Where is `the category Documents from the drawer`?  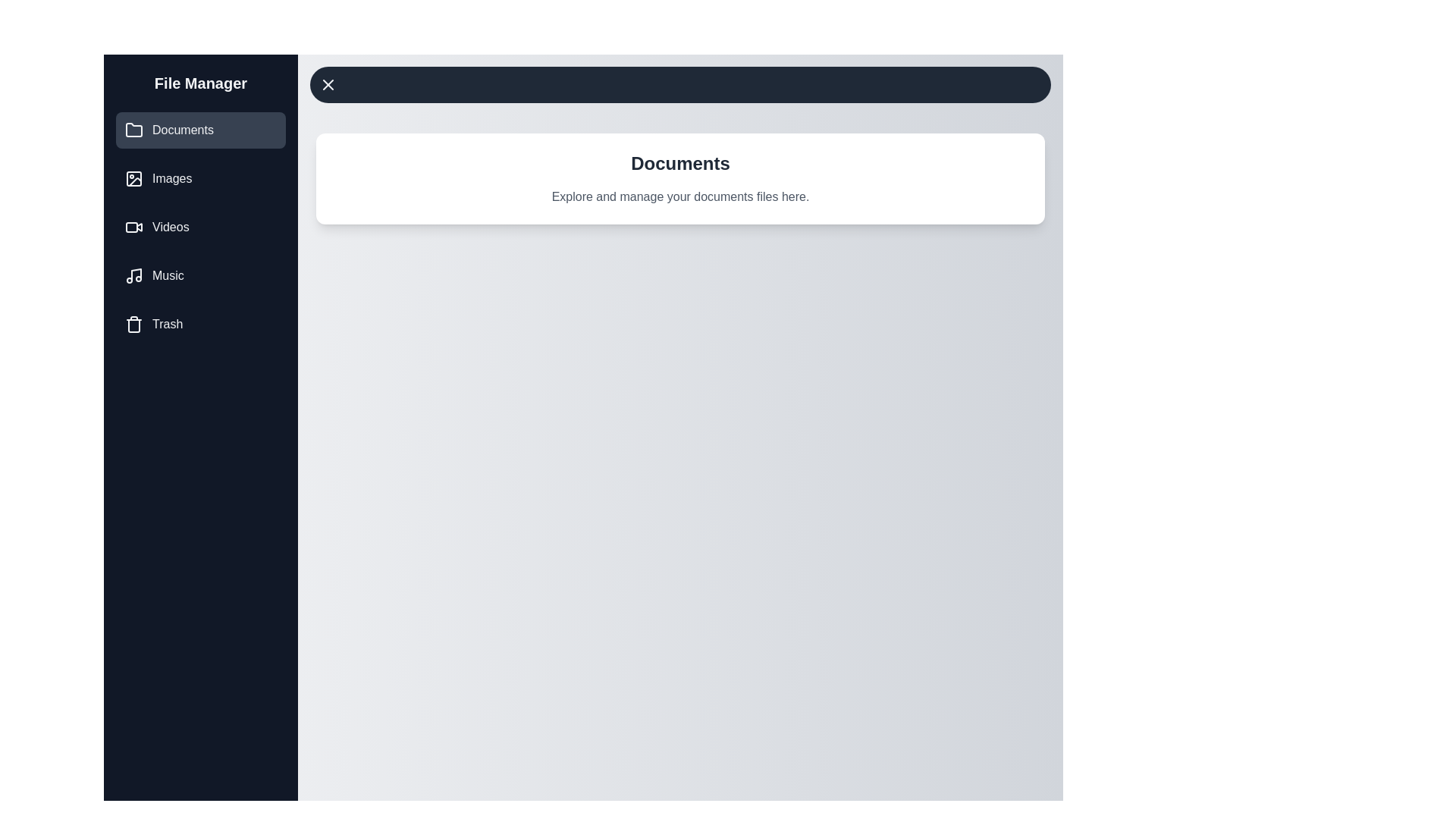
the category Documents from the drawer is located at coordinates (199, 130).